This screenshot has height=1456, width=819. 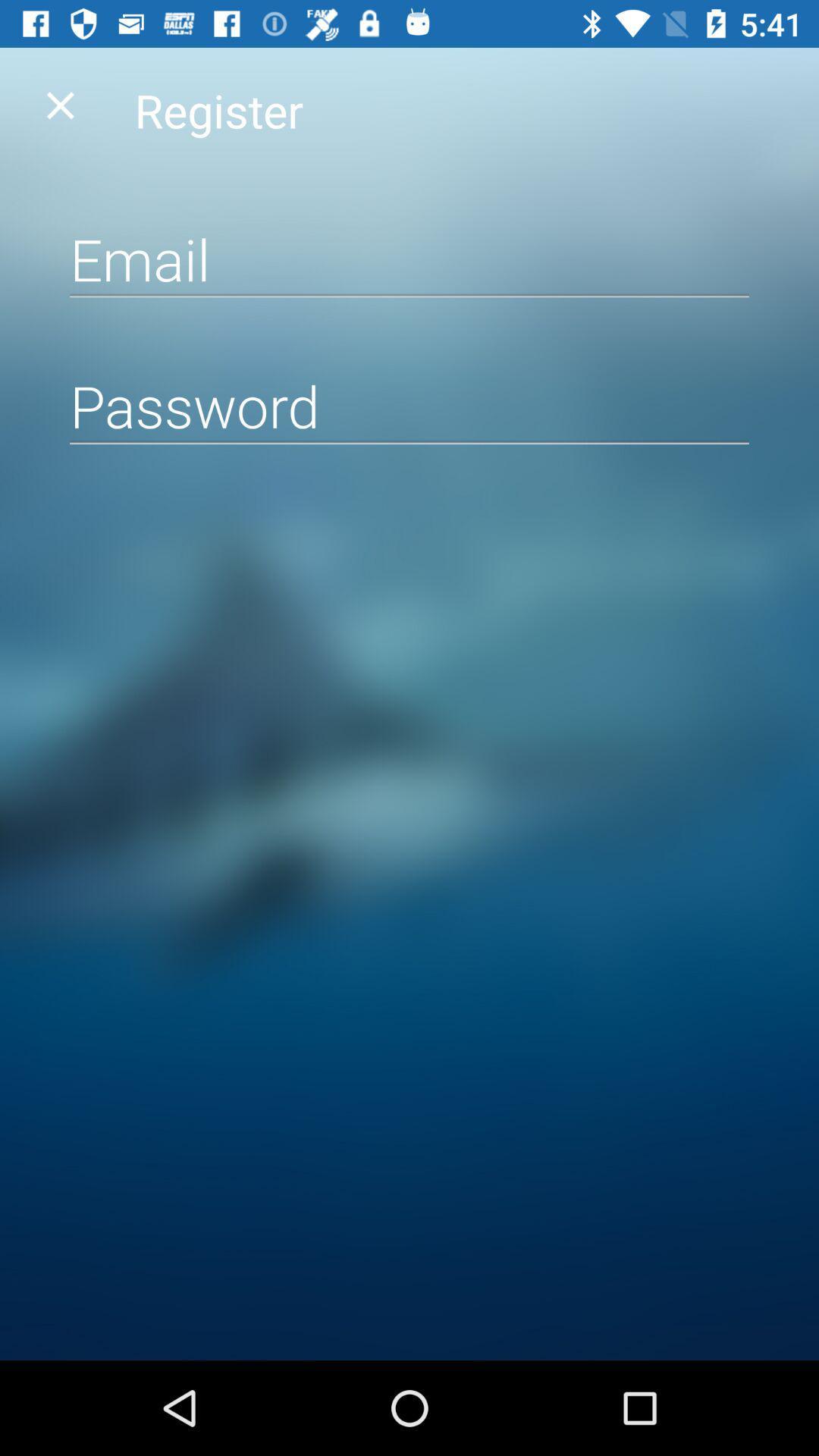 I want to click on input email, so click(x=409, y=259).